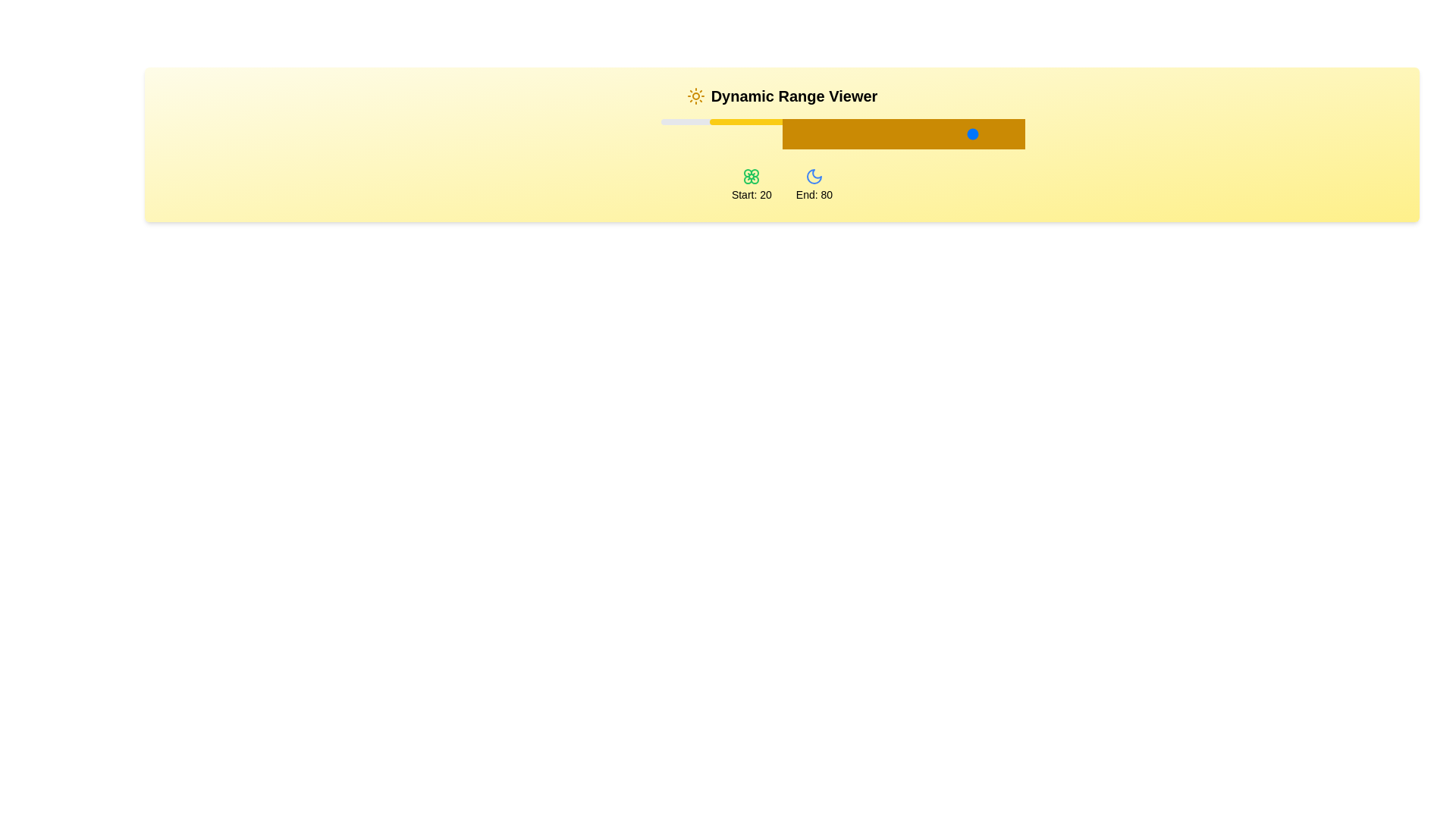 The height and width of the screenshot is (819, 1456). What do you see at coordinates (720, 121) in the screenshot?
I see `the slider` at bounding box center [720, 121].